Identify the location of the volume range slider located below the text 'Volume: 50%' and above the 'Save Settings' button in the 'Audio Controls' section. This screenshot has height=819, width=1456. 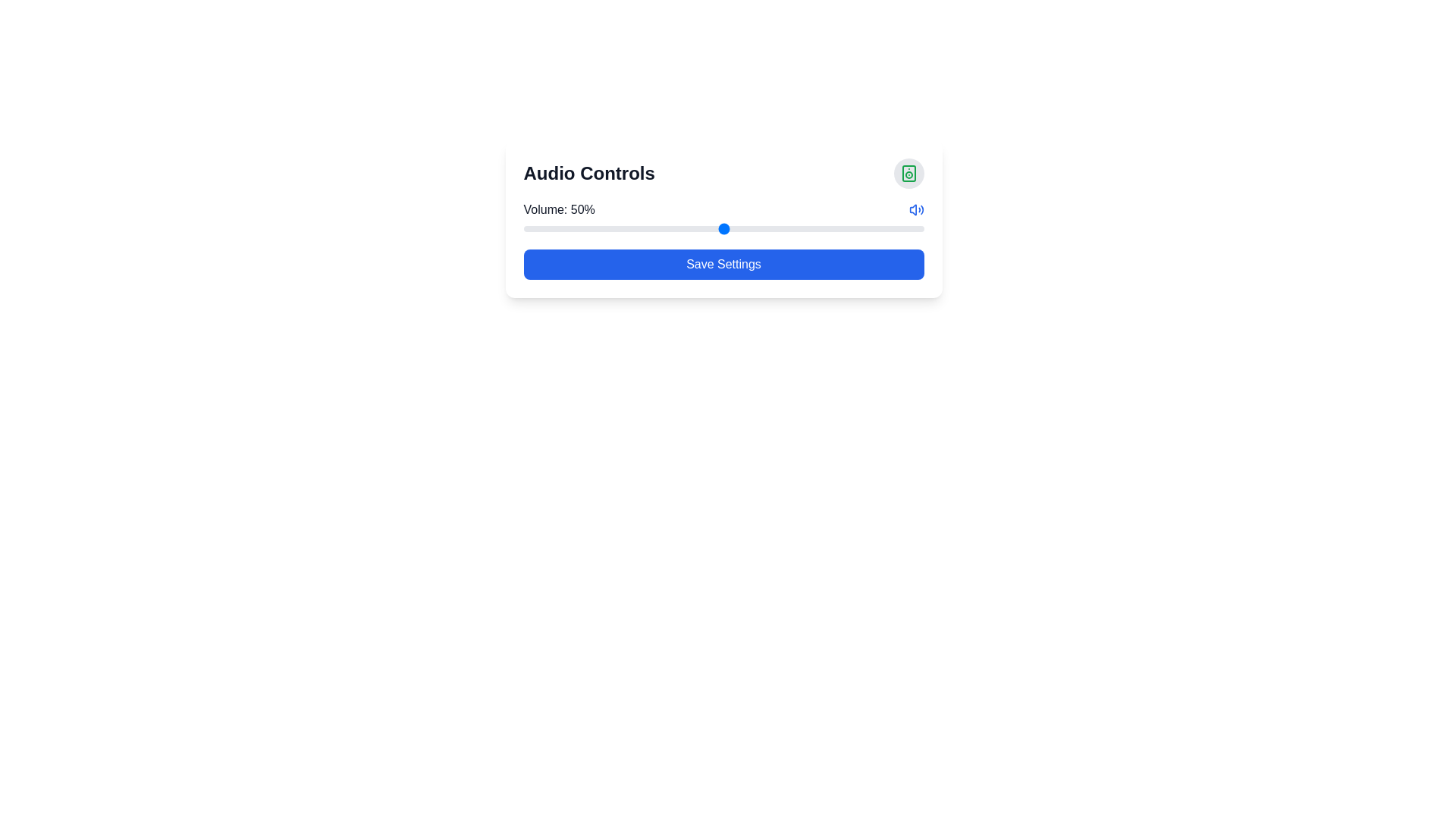
(723, 228).